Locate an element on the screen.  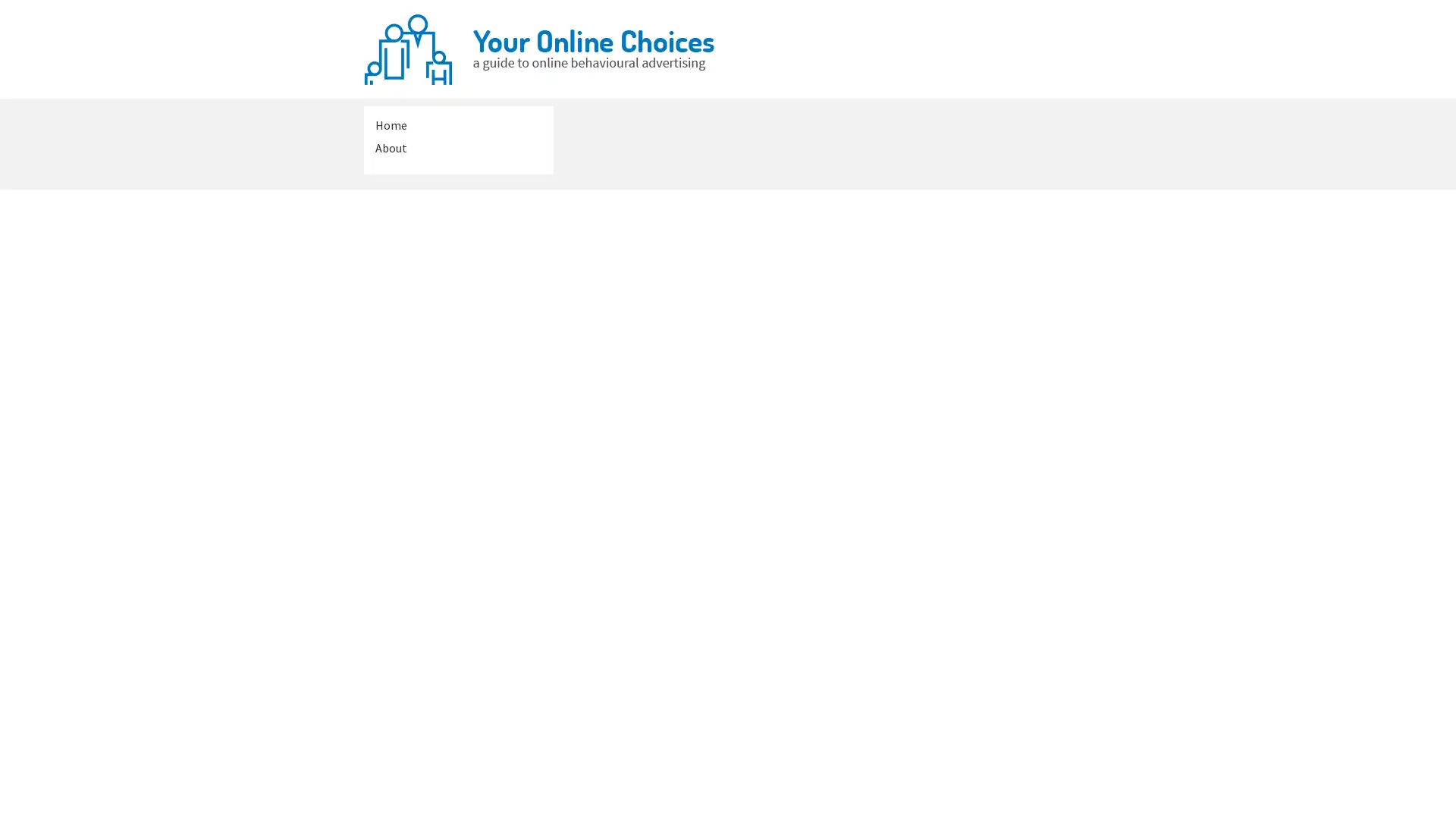
mute is located at coordinates (956, 693).